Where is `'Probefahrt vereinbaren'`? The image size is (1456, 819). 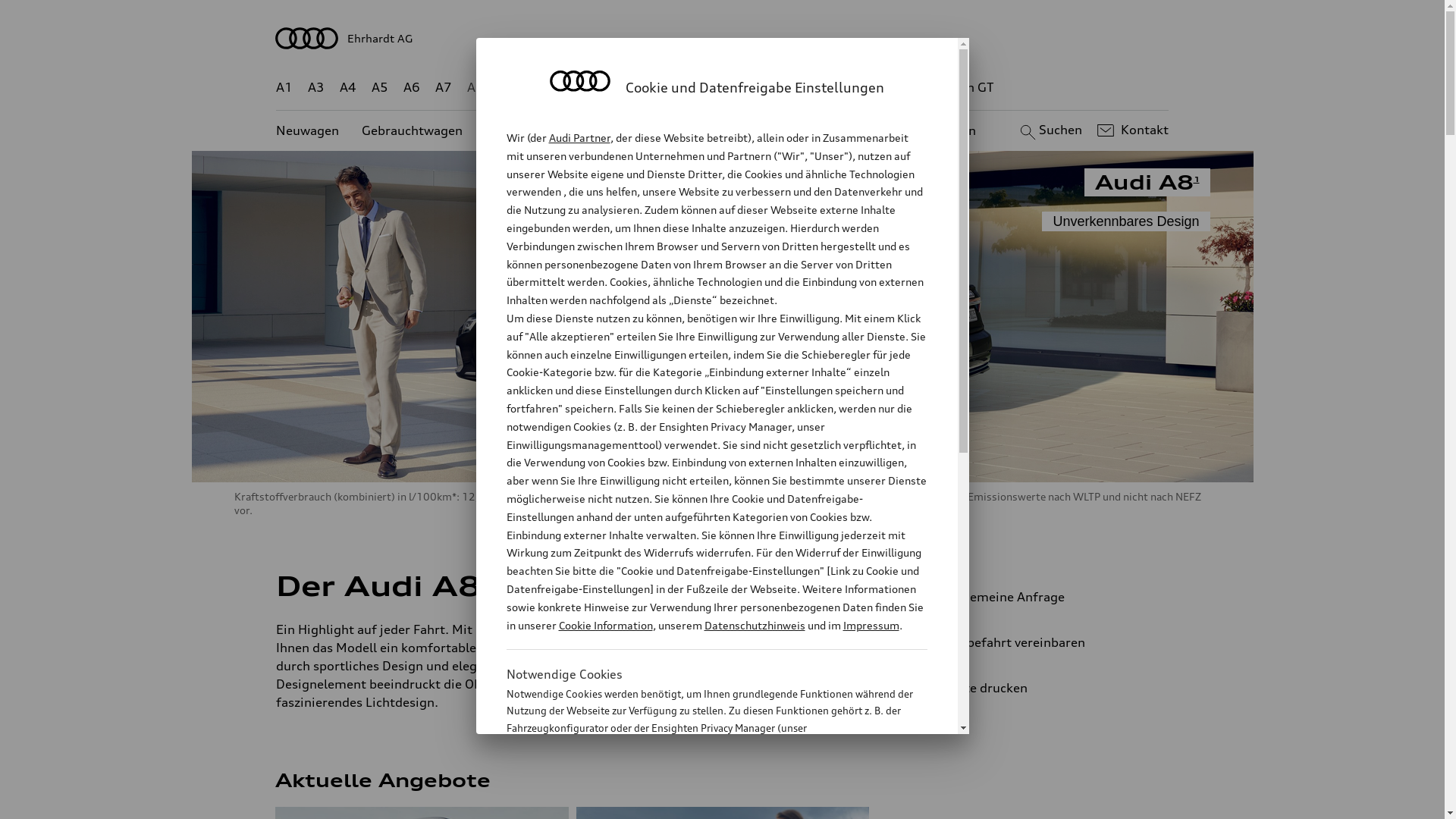 'Probefahrt vereinbaren' is located at coordinates (1037, 642).